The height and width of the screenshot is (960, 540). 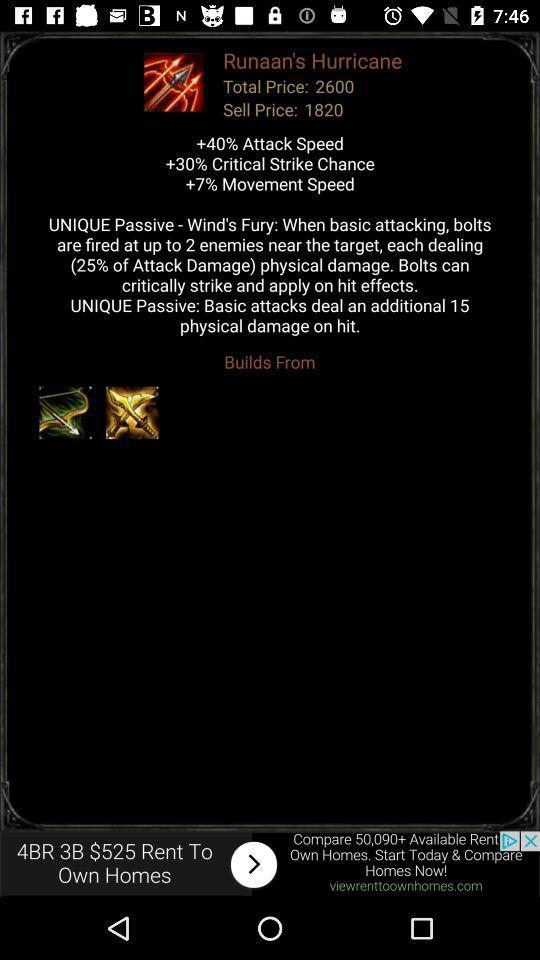 I want to click on share, so click(x=270, y=863).